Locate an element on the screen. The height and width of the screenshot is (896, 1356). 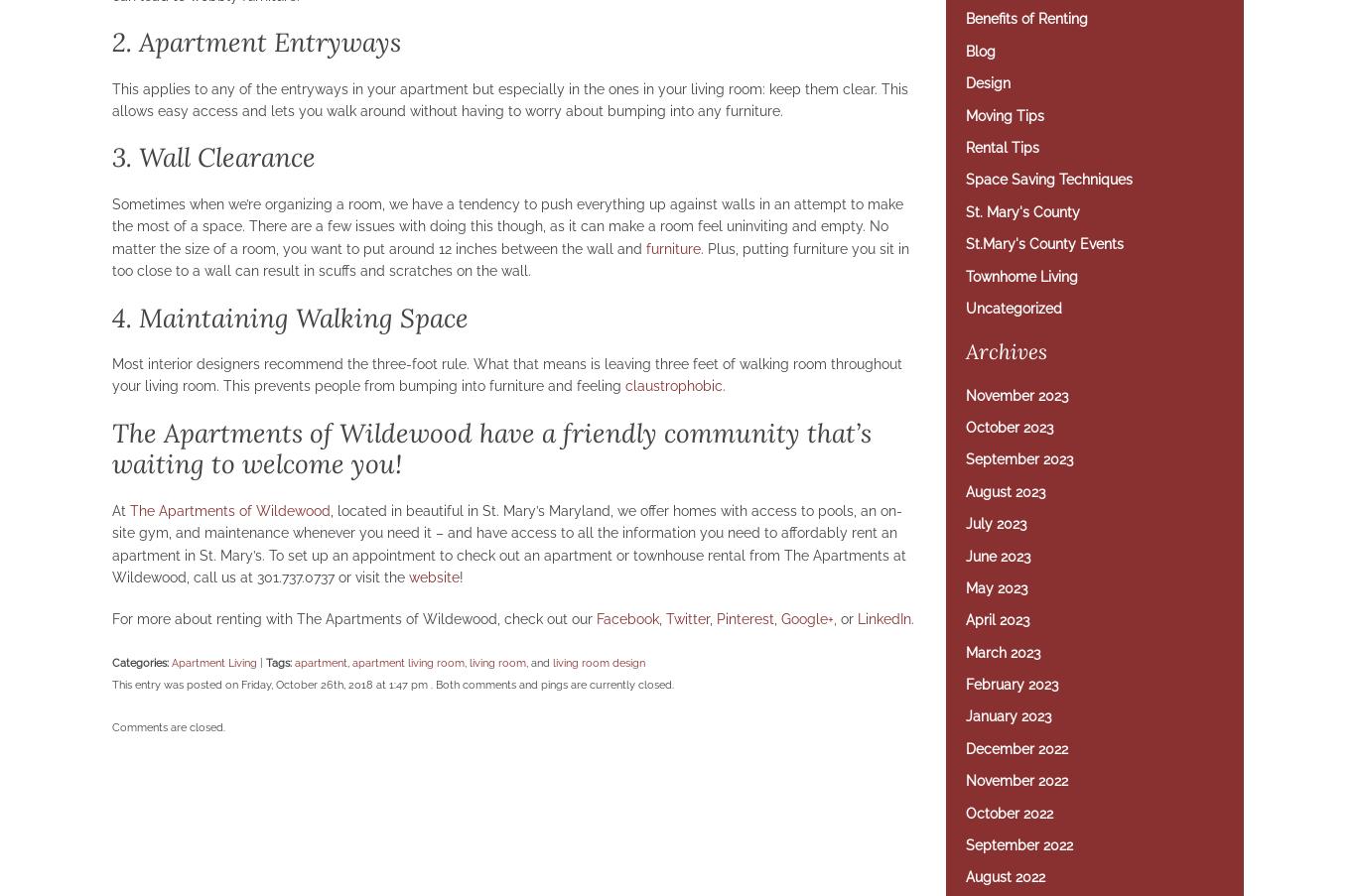
'!' is located at coordinates (459, 575).